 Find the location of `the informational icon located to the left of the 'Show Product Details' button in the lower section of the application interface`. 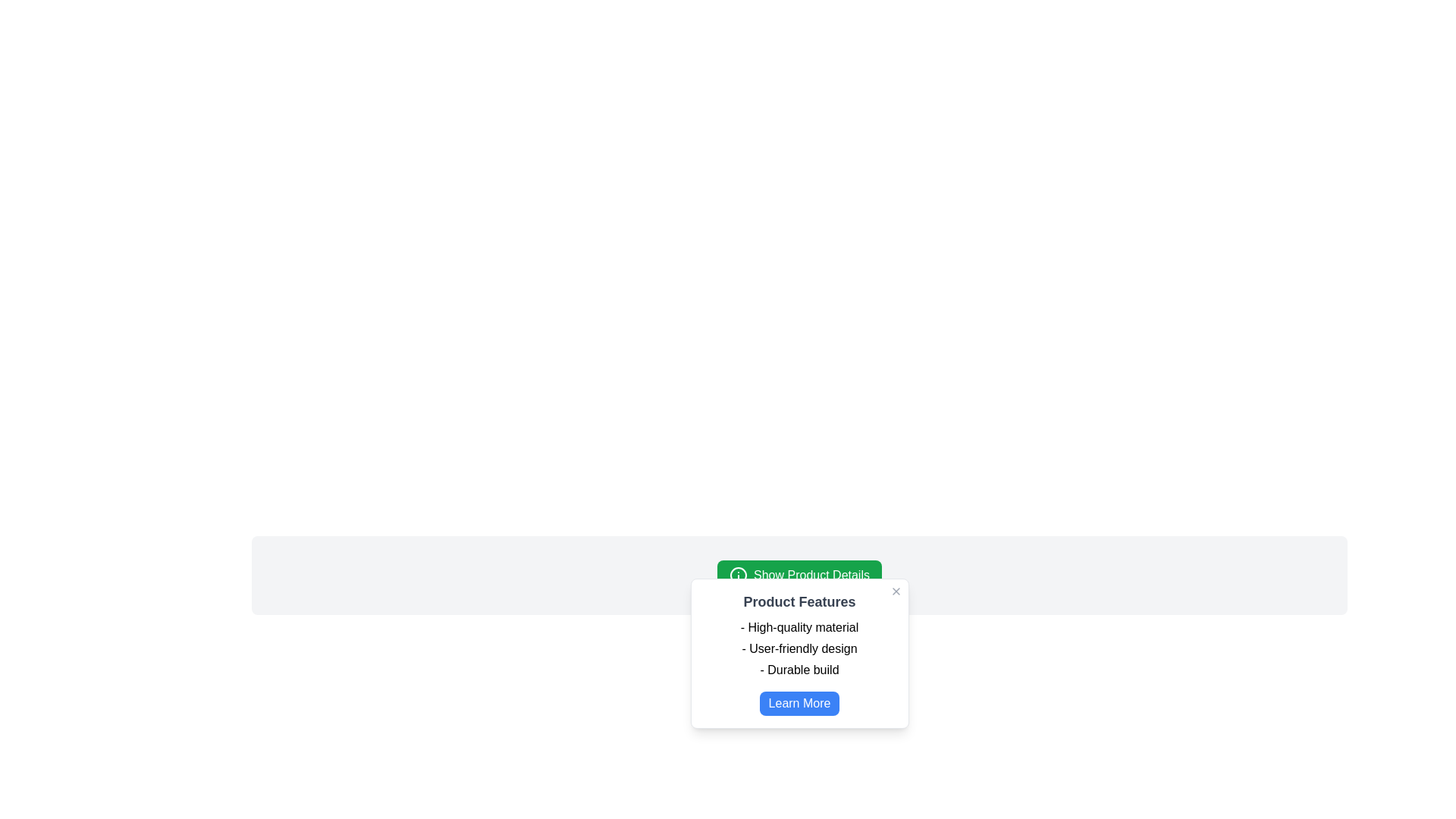

the informational icon located to the left of the 'Show Product Details' button in the lower section of the application interface is located at coordinates (739, 576).